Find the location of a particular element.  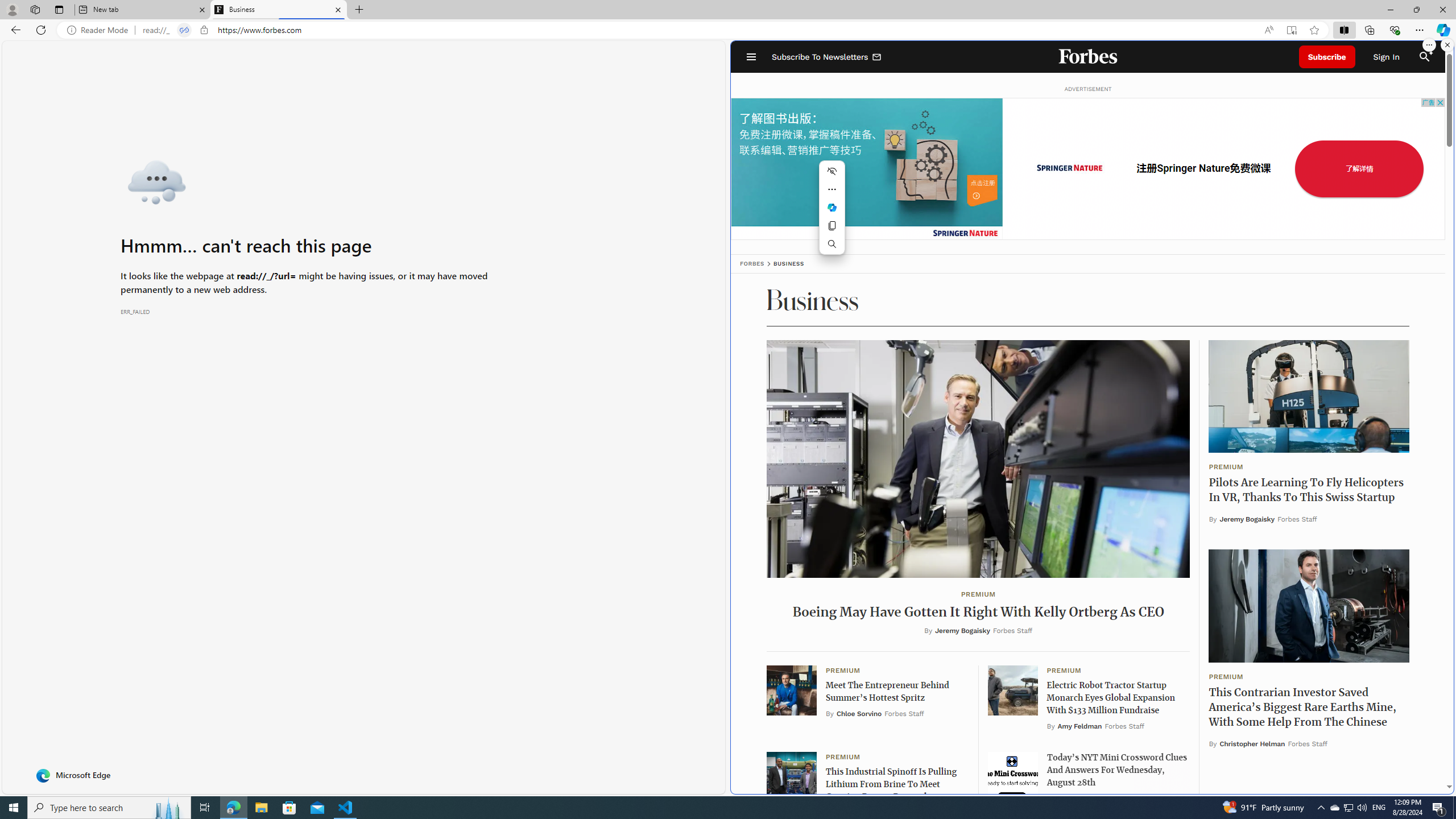

'More options.' is located at coordinates (1428, 44).